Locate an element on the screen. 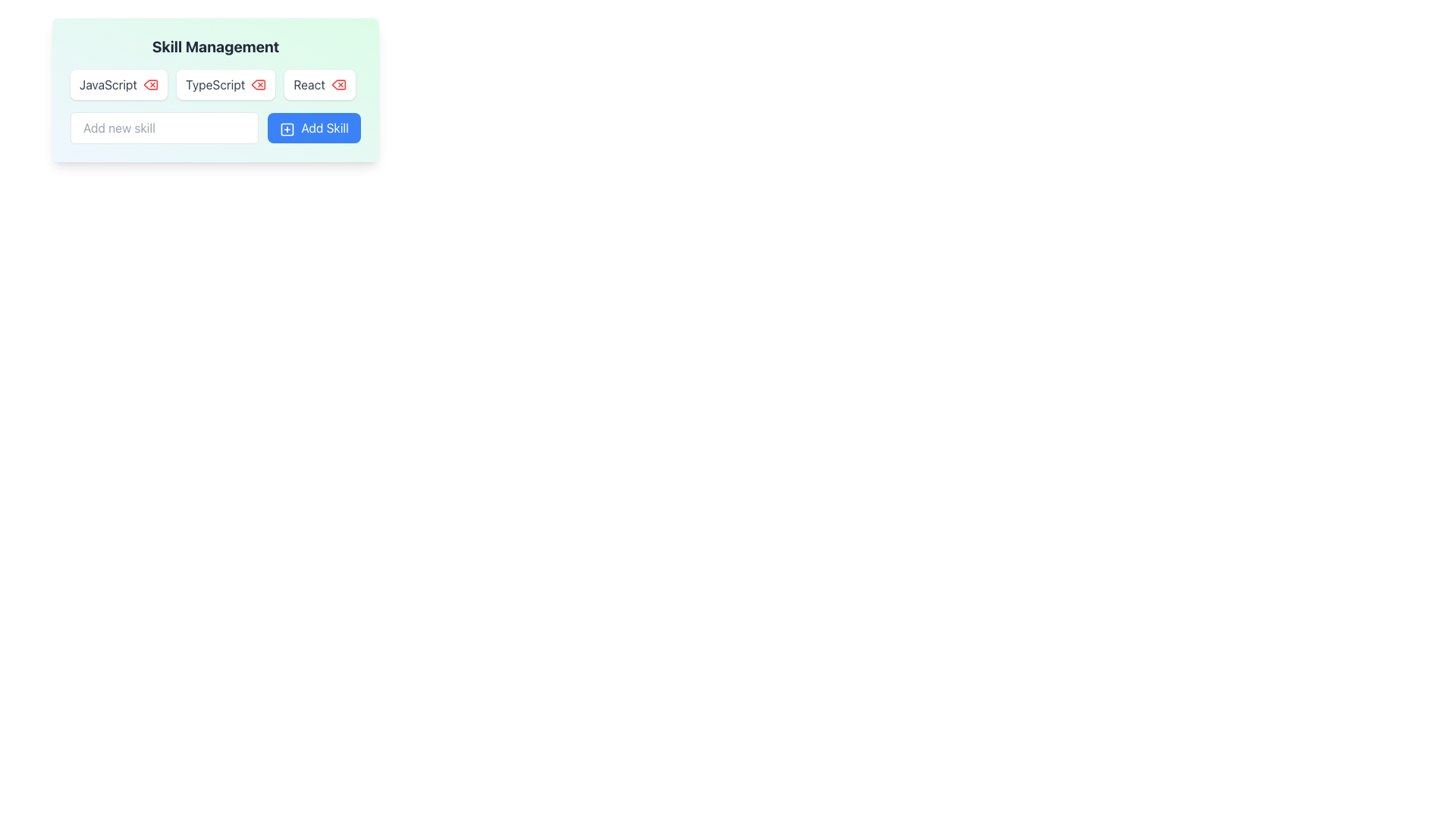 The height and width of the screenshot is (819, 1456). the 'Add Skill' button located in the 'Skill Management' section, positioned to the right of the 'Add new skill' input box is located at coordinates (313, 127).